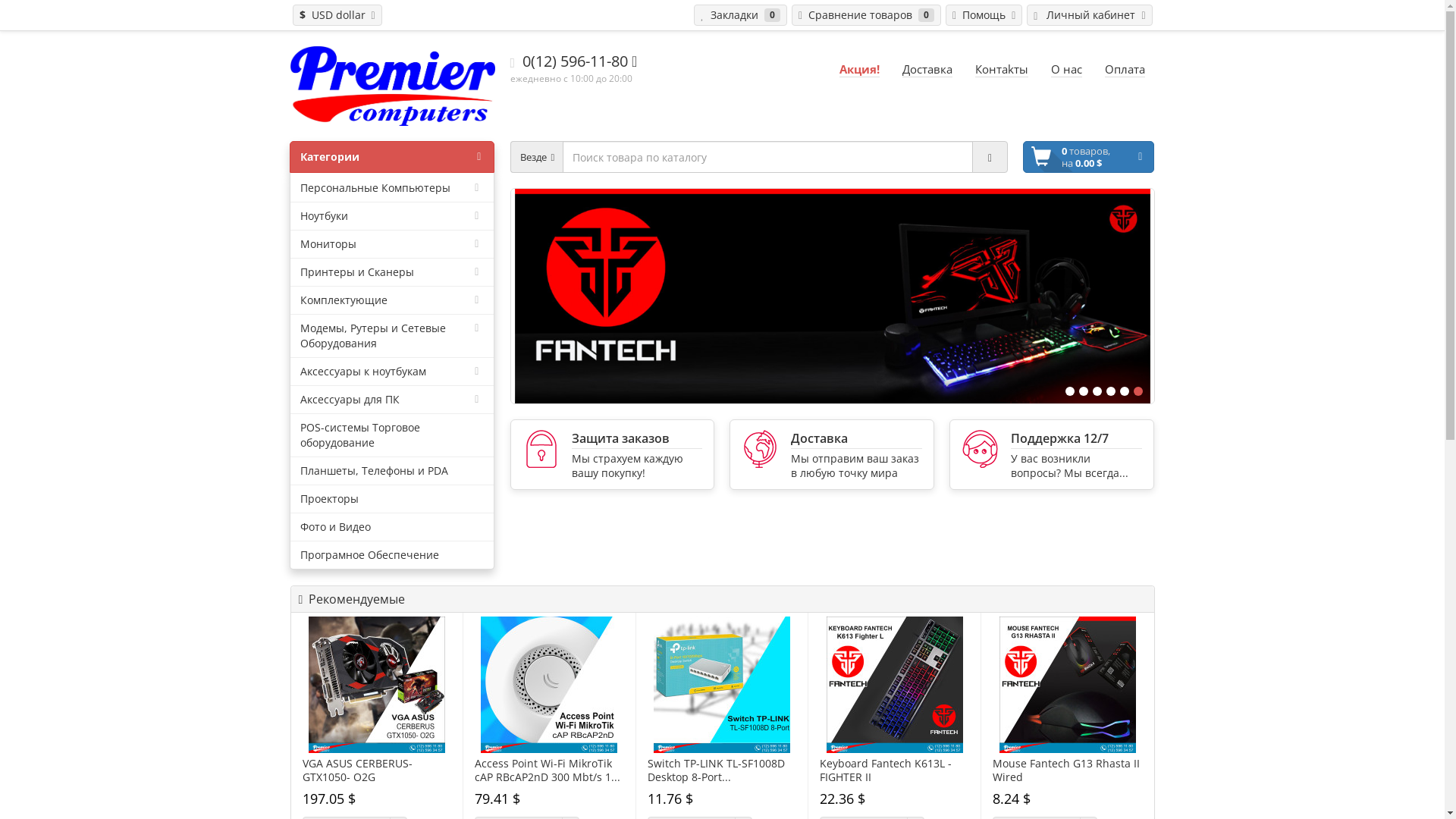 The image size is (1456, 819). I want to click on '6', so click(1132, 391).